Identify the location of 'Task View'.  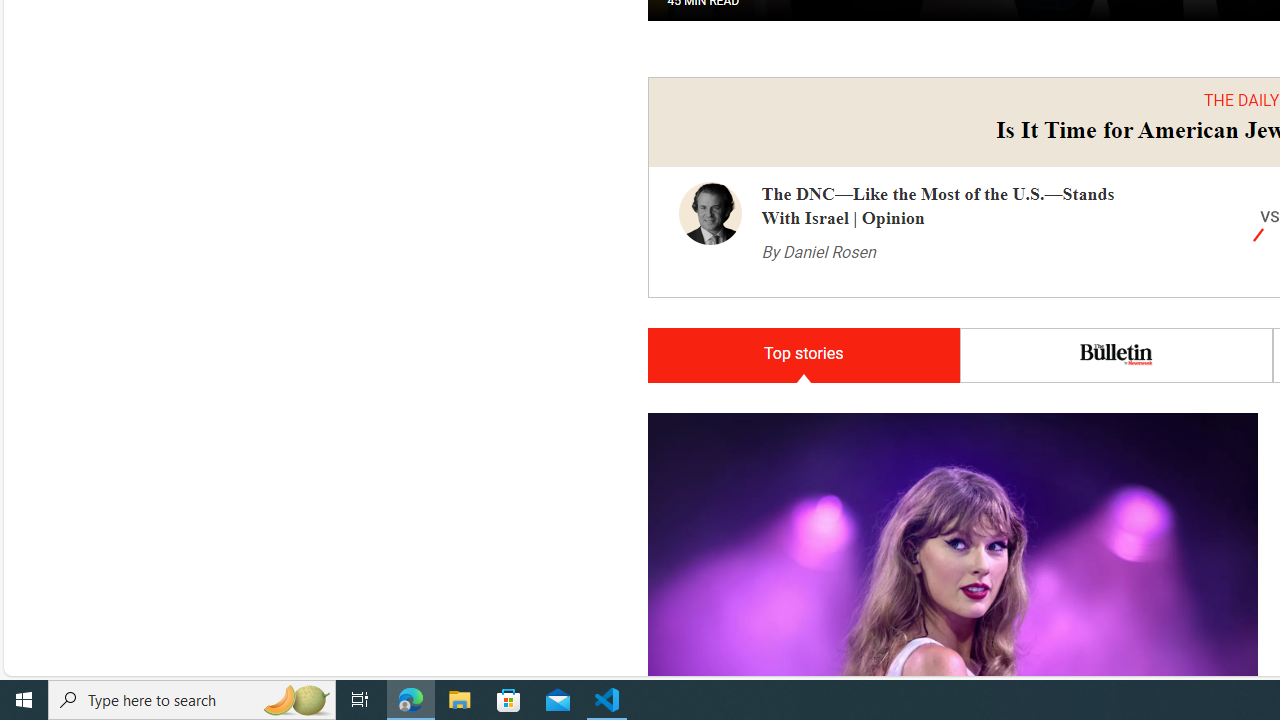
(359, 698).